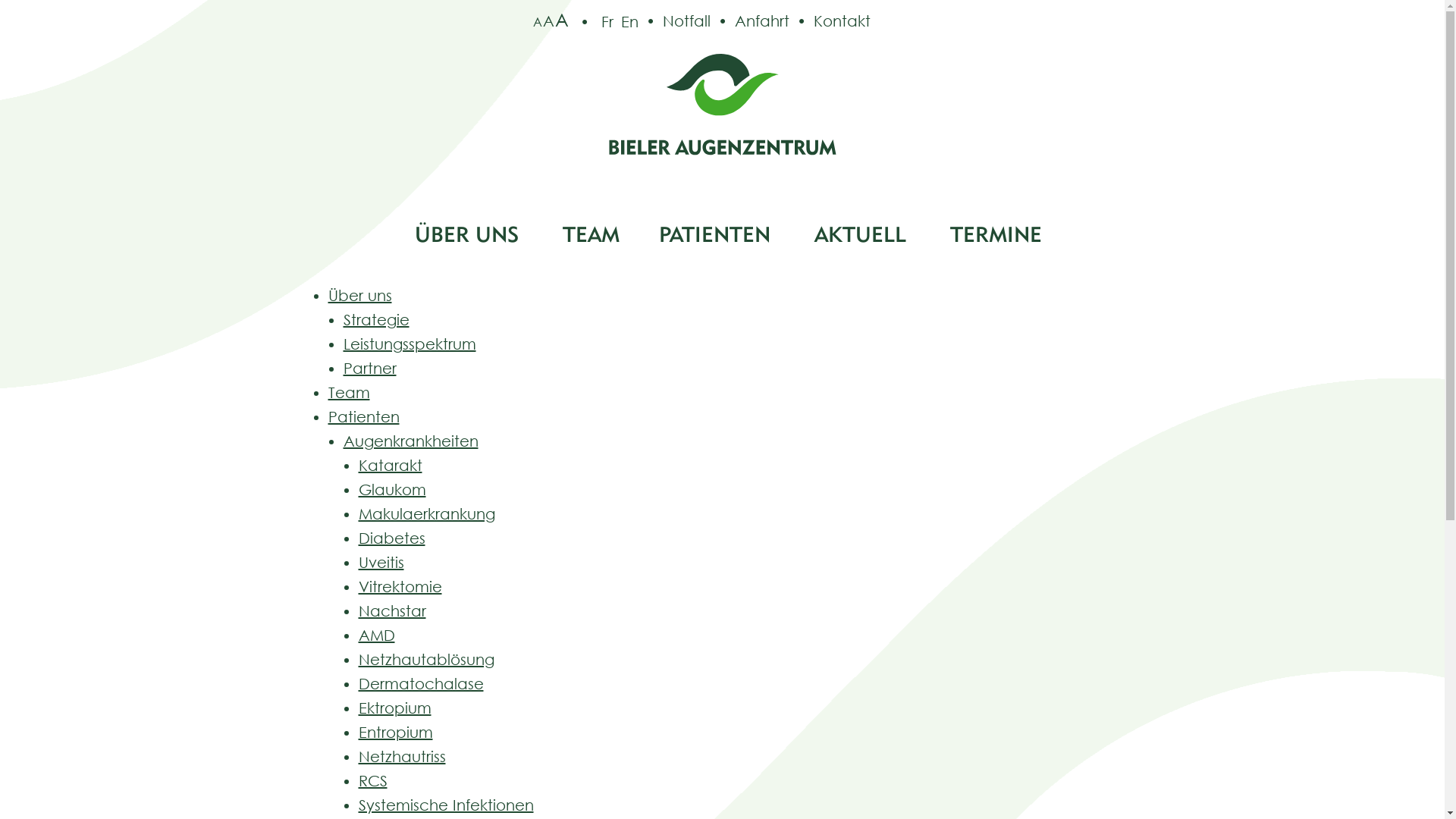 Image resolution: width=1456 pixels, height=819 pixels. What do you see at coordinates (548, 20) in the screenshot?
I see `'A'` at bounding box center [548, 20].